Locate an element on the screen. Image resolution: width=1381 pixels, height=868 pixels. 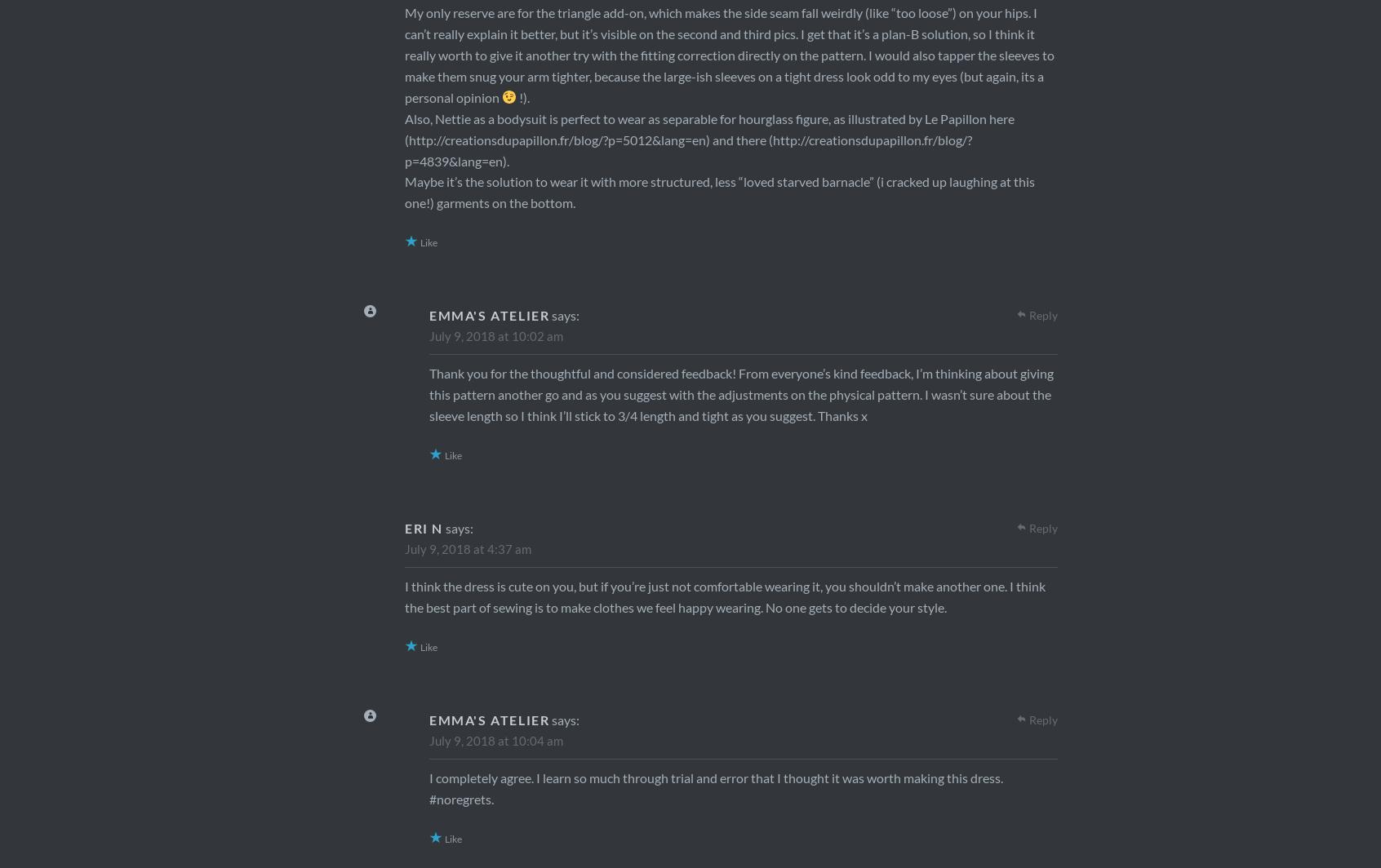
'!).' is located at coordinates (515, 96).